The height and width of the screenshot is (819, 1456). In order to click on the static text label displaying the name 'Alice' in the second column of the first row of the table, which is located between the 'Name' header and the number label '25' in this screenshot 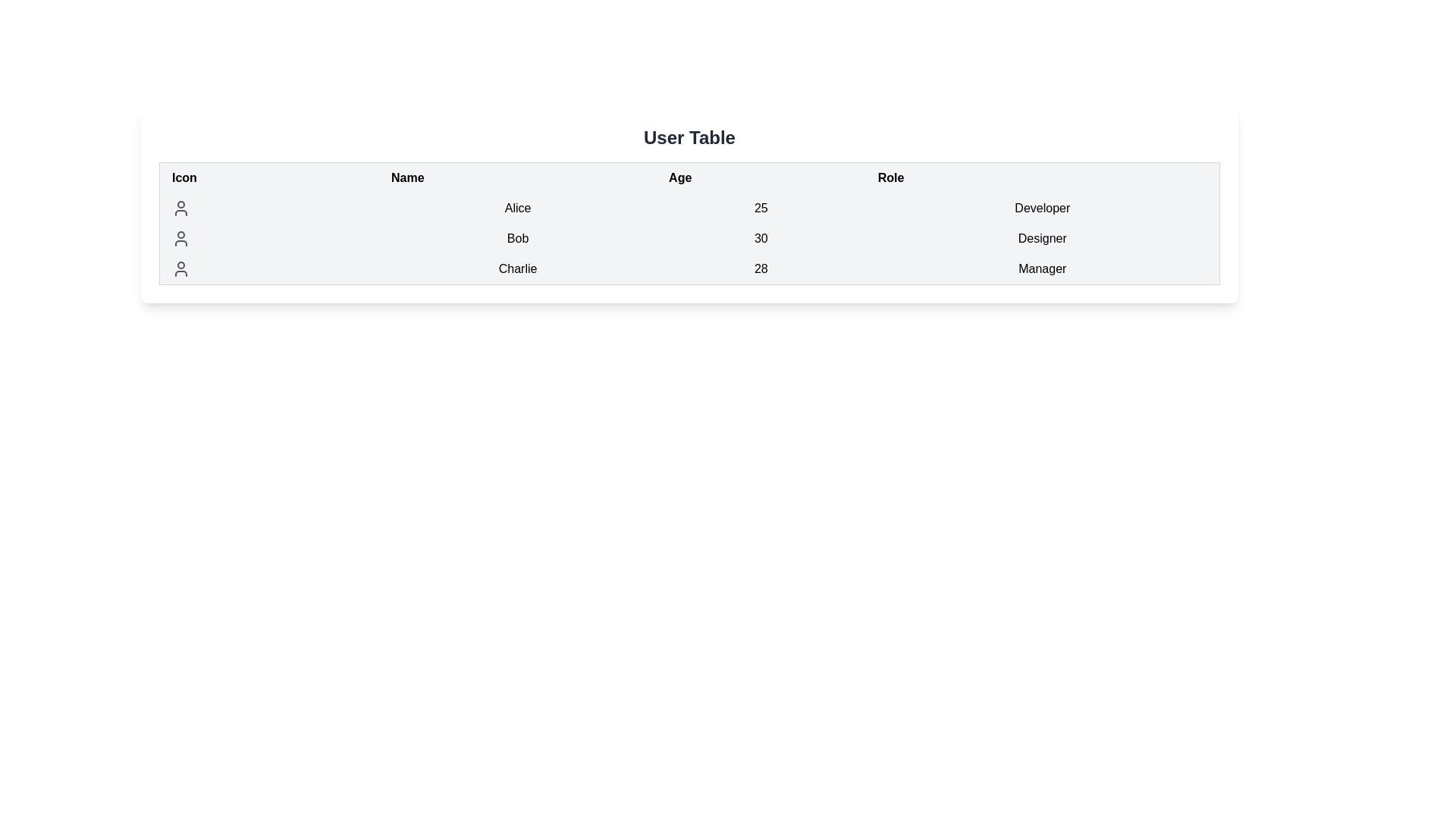, I will do `click(518, 208)`.